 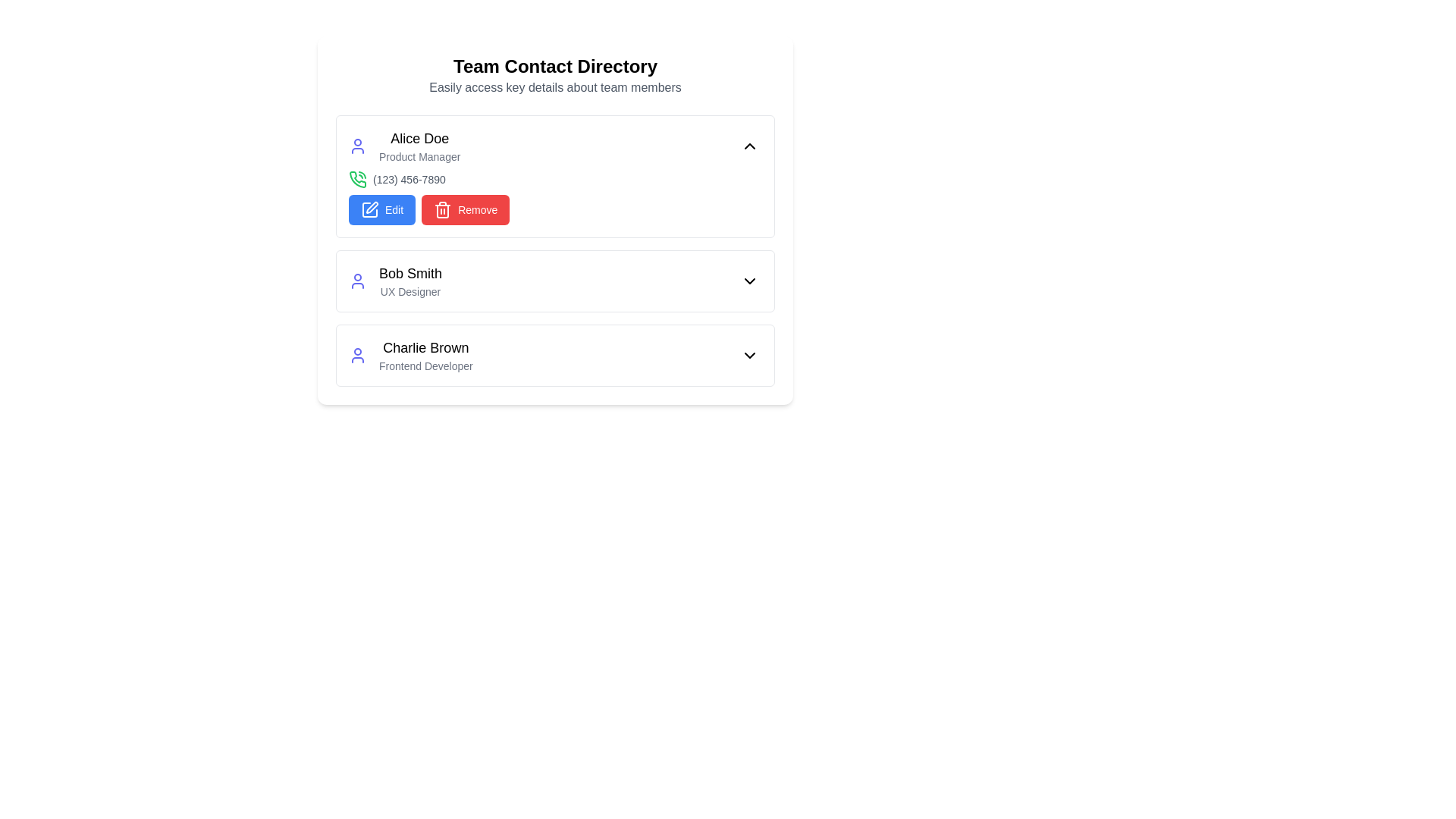 I want to click on the SVG Icon representing user 'Alice Doe' located within their contact card, positioned to the left of the textual information, so click(x=356, y=146).